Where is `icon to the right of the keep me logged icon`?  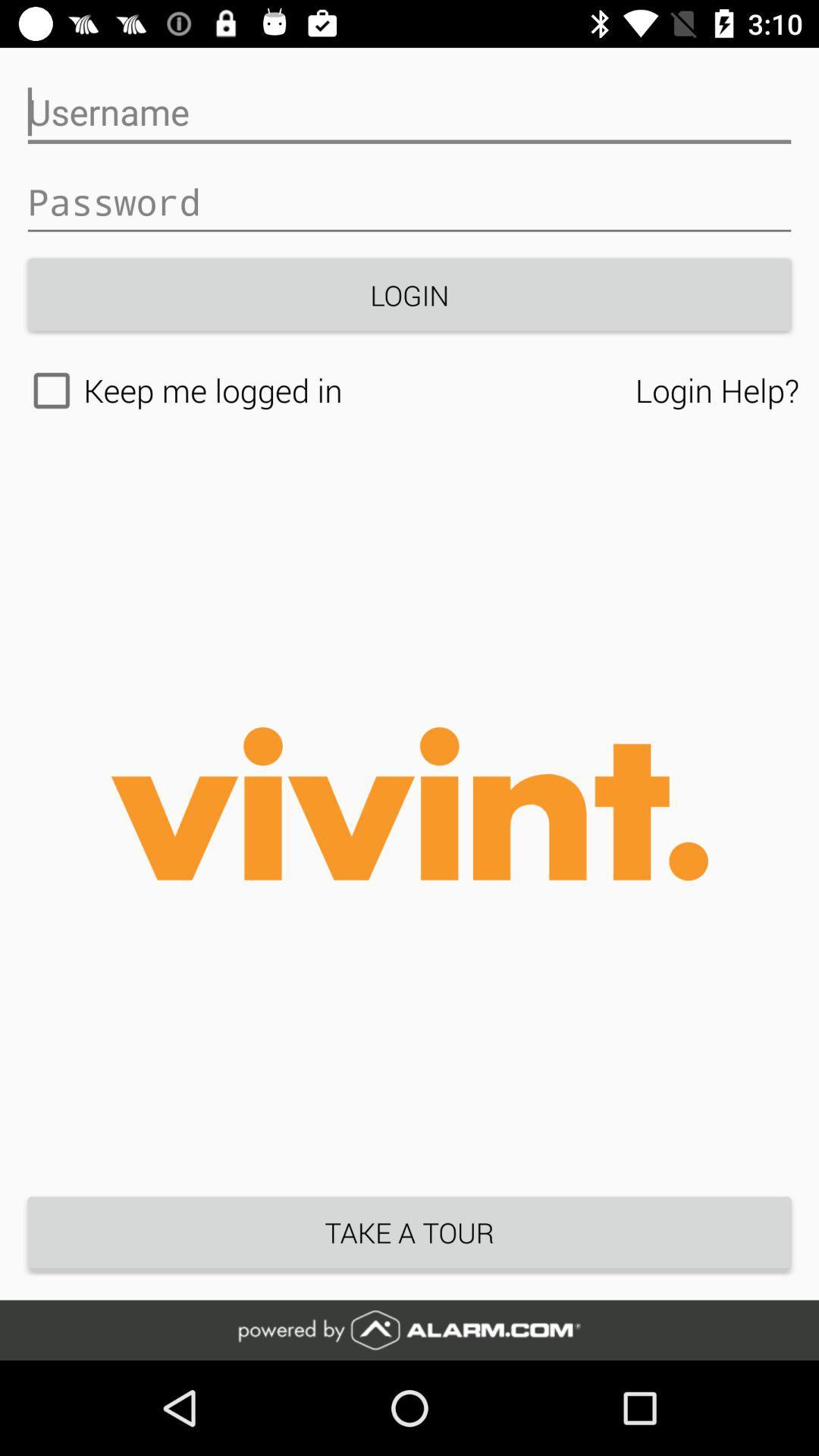
icon to the right of the keep me logged icon is located at coordinates (717, 390).